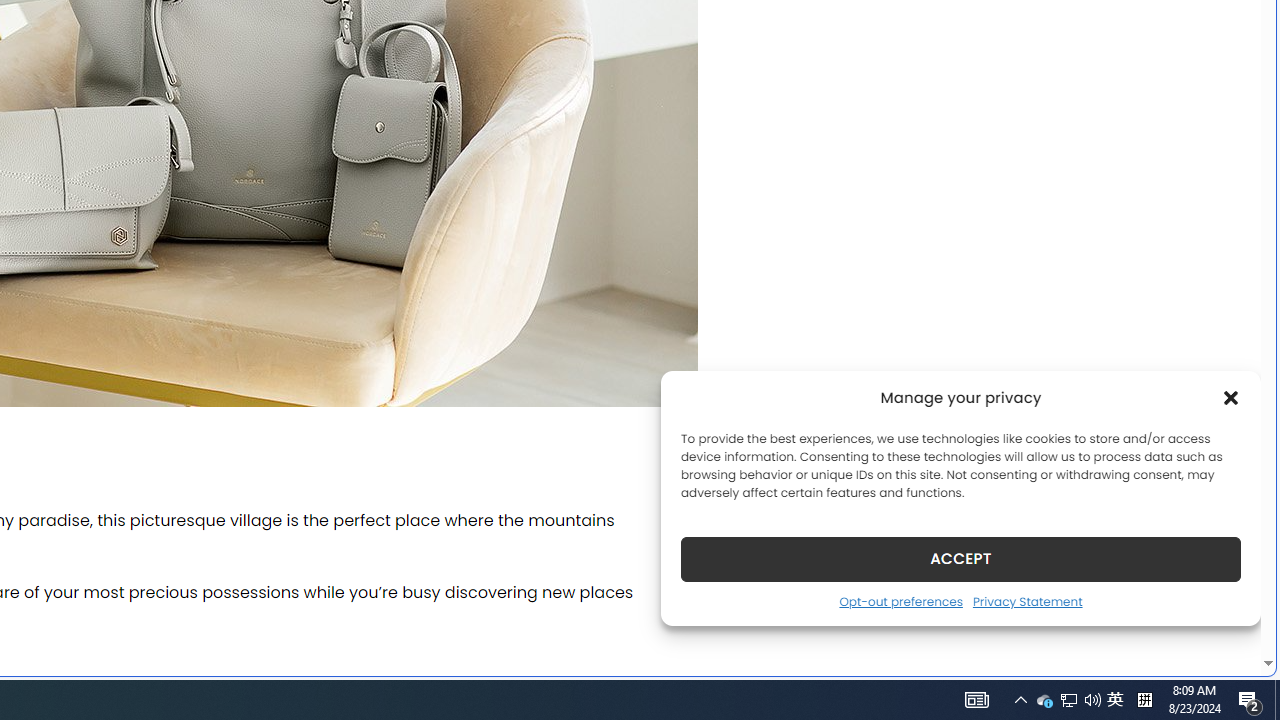  What do you see at coordinates (1230, 397) in the screenshot?
I see `'Class: cmplz-close'` at bounding box center [1230, 397].